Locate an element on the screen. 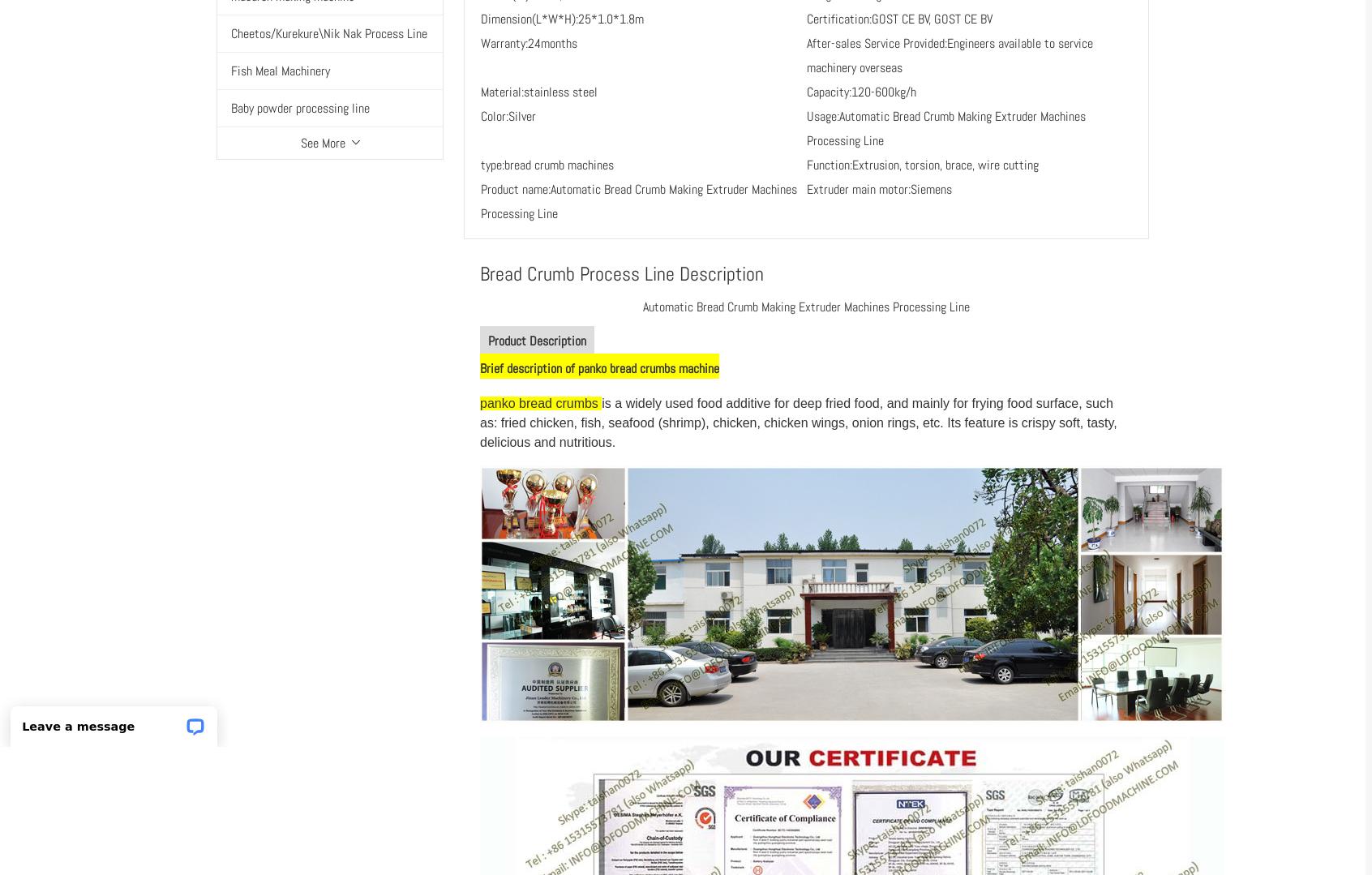  'type:bread crumb machines' is located at coordinates (480, 164).